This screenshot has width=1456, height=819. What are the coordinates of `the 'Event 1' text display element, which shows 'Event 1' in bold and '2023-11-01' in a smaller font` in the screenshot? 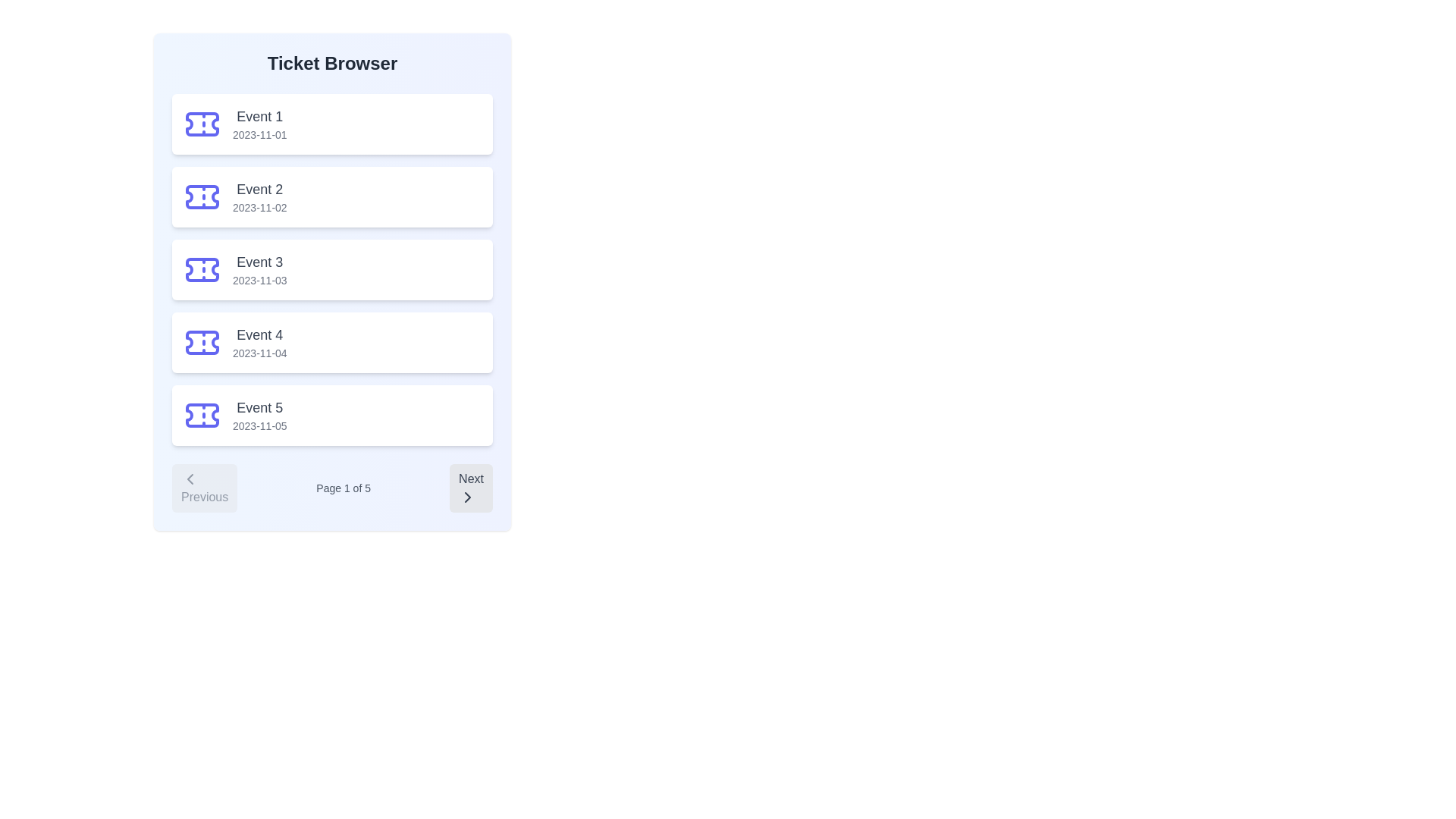 It's located at (259, 124).